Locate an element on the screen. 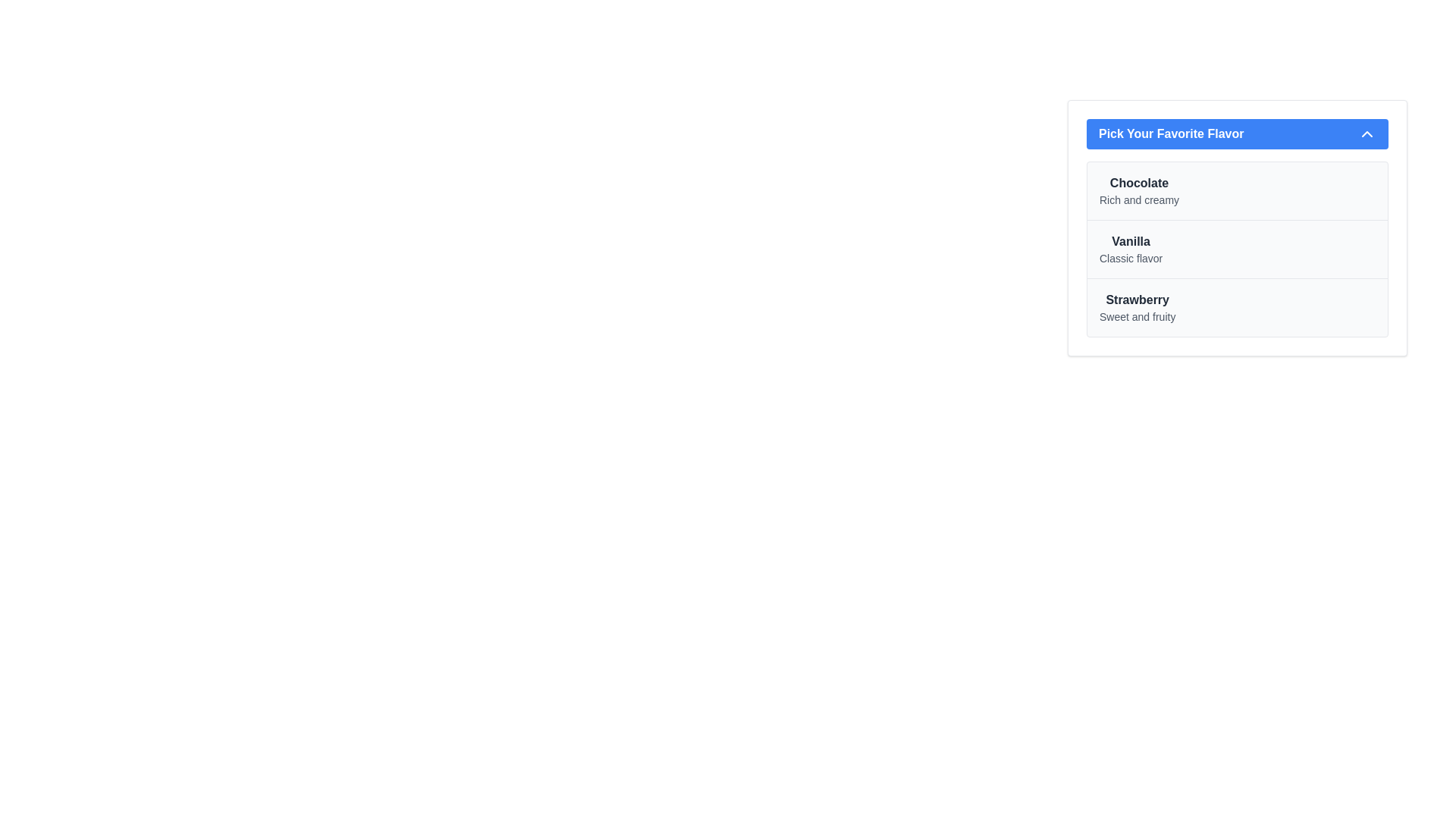 The width and height of the screenshot is (1456, 819). the text label stating 'Pick Your Favorite Flavor' which is styled in bold white text on a blue background is located at coordinates (1170, 133).